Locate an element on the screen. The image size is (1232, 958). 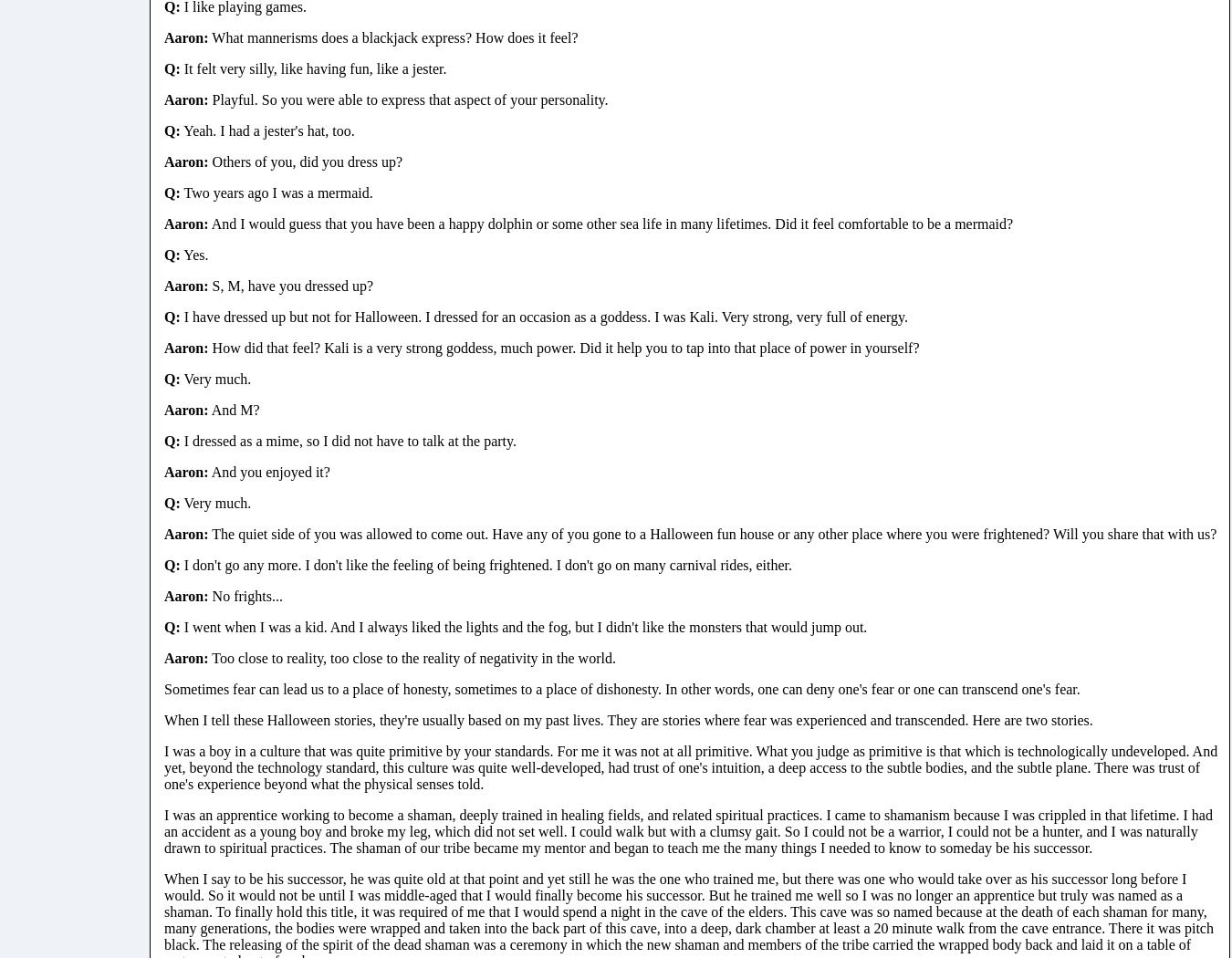
'When I tell these Halloween stories, they're usually based on my past lives. They are stories where fear was experienced and transcended. Here are two stories.' is located at coordinates (627, 719).